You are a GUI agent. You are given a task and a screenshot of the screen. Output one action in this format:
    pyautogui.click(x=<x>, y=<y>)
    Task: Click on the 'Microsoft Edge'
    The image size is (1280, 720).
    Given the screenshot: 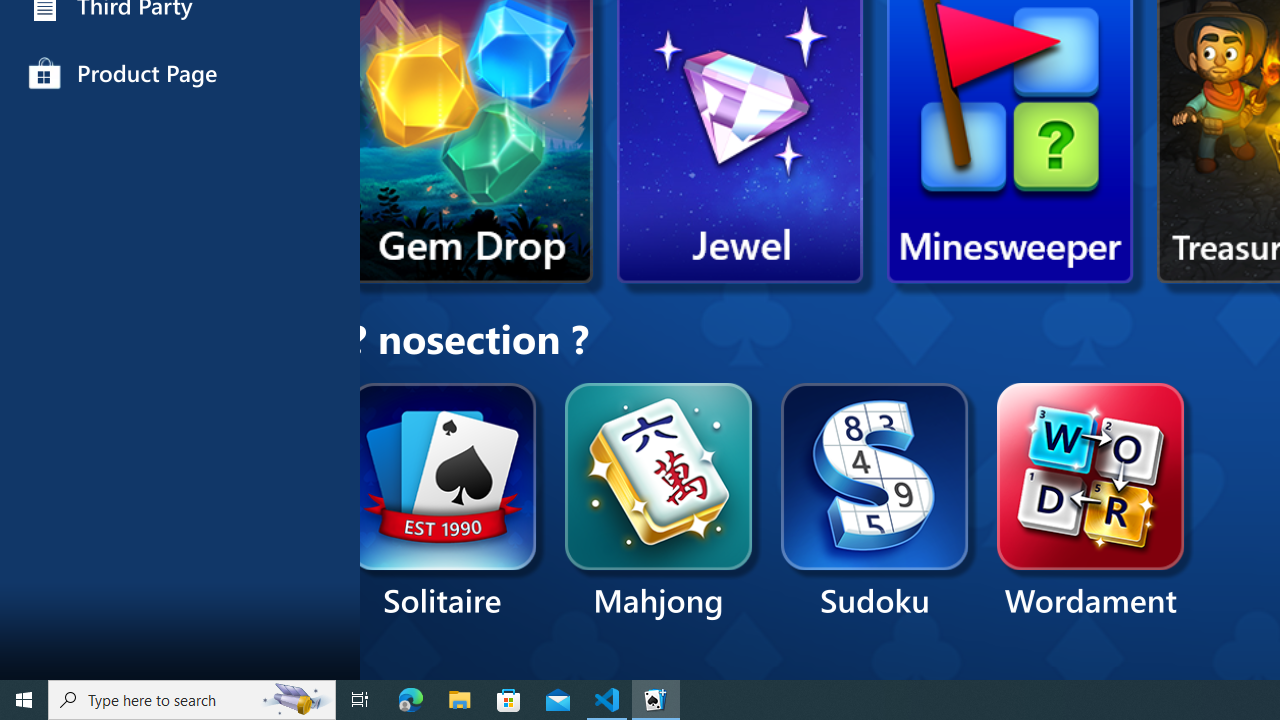 What is the action you would take?
    pyautogui.click(x=410, y=698)
    